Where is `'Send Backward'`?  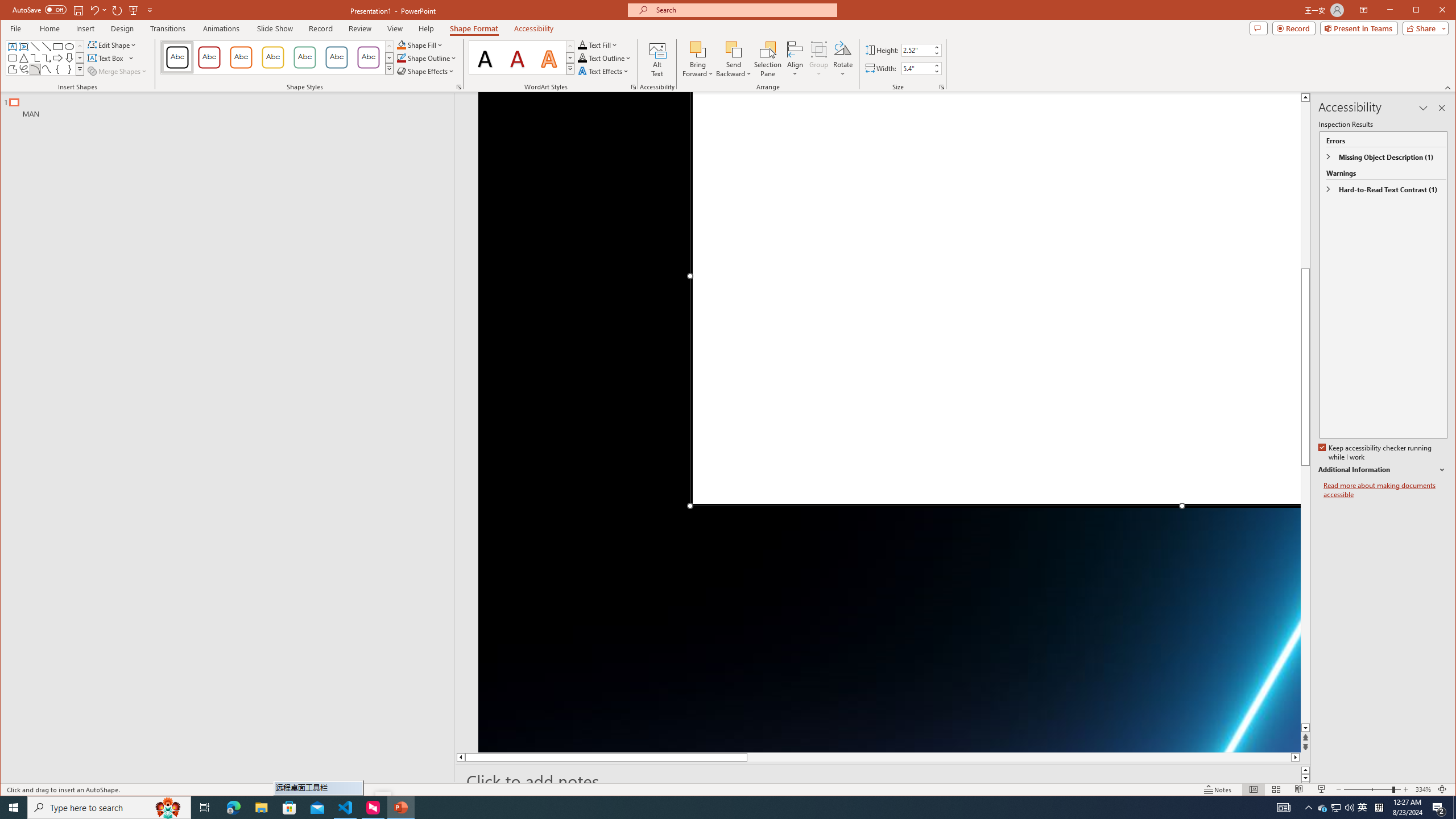
'Send Backward' is located at coordinates (733, 48).